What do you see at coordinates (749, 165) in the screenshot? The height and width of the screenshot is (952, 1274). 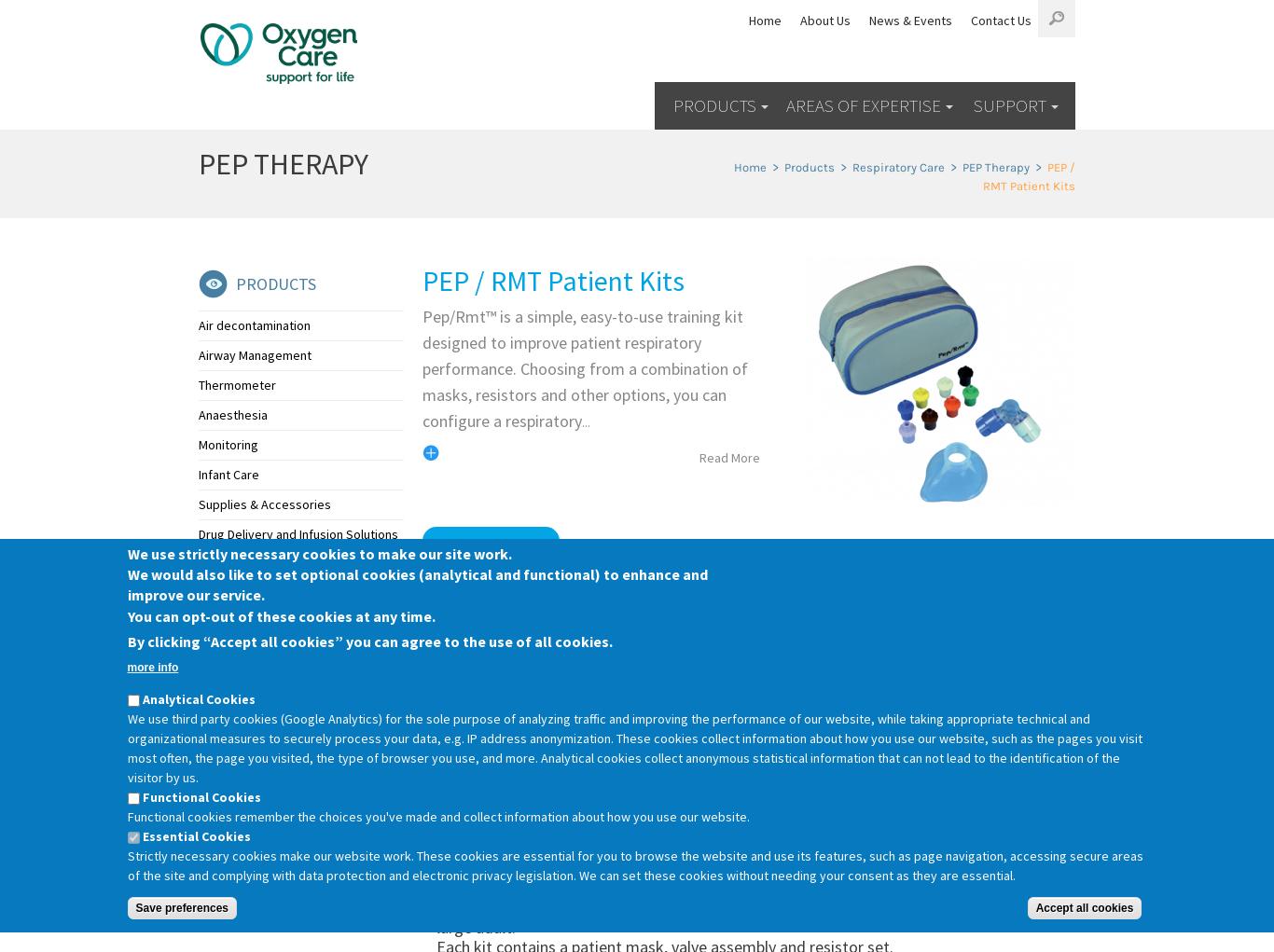 I see `'Home'` at bounding box center [749, 165].